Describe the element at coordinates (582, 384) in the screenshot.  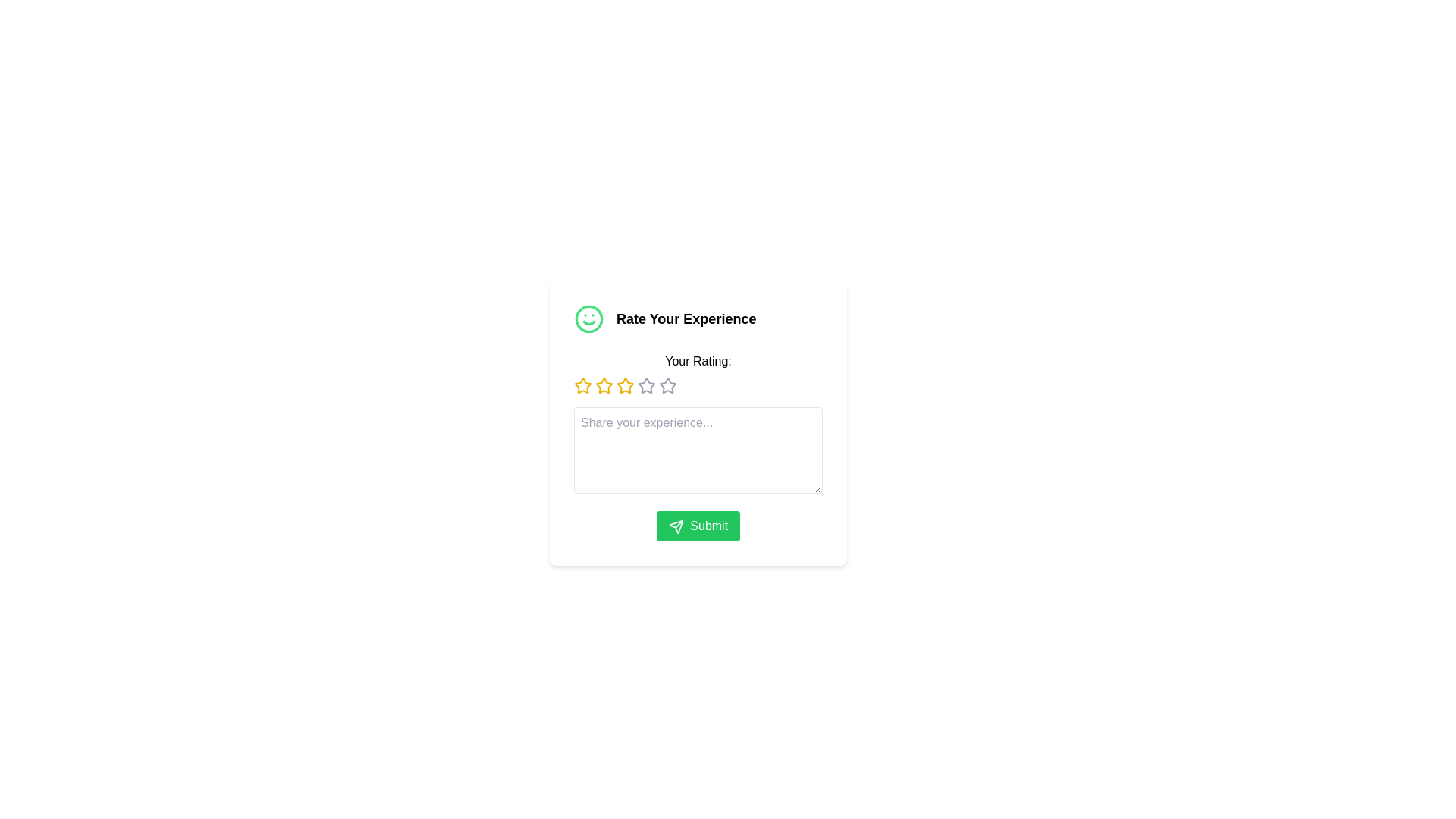
I see `the first star` at that location.